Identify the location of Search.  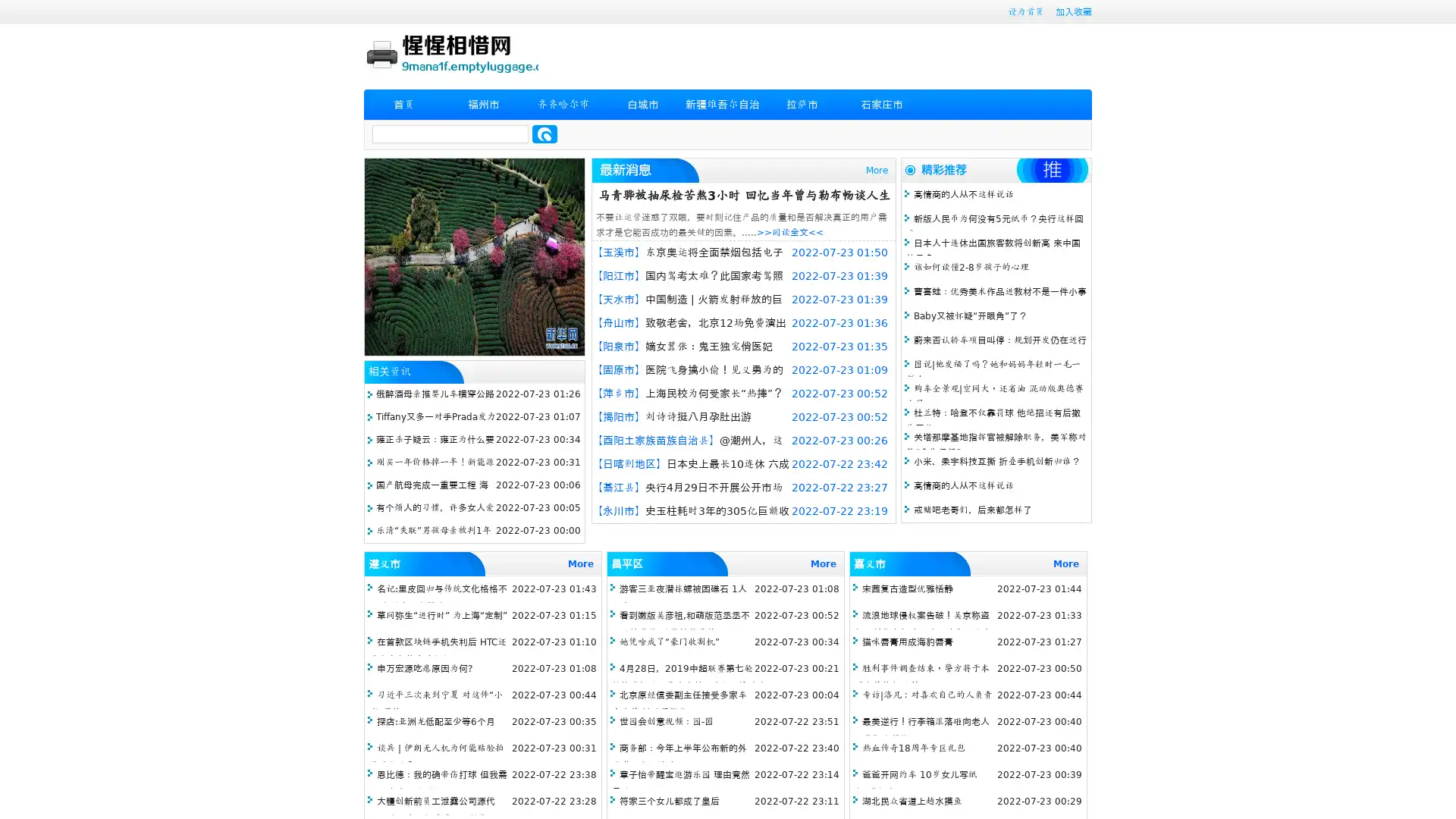
(544, 133).